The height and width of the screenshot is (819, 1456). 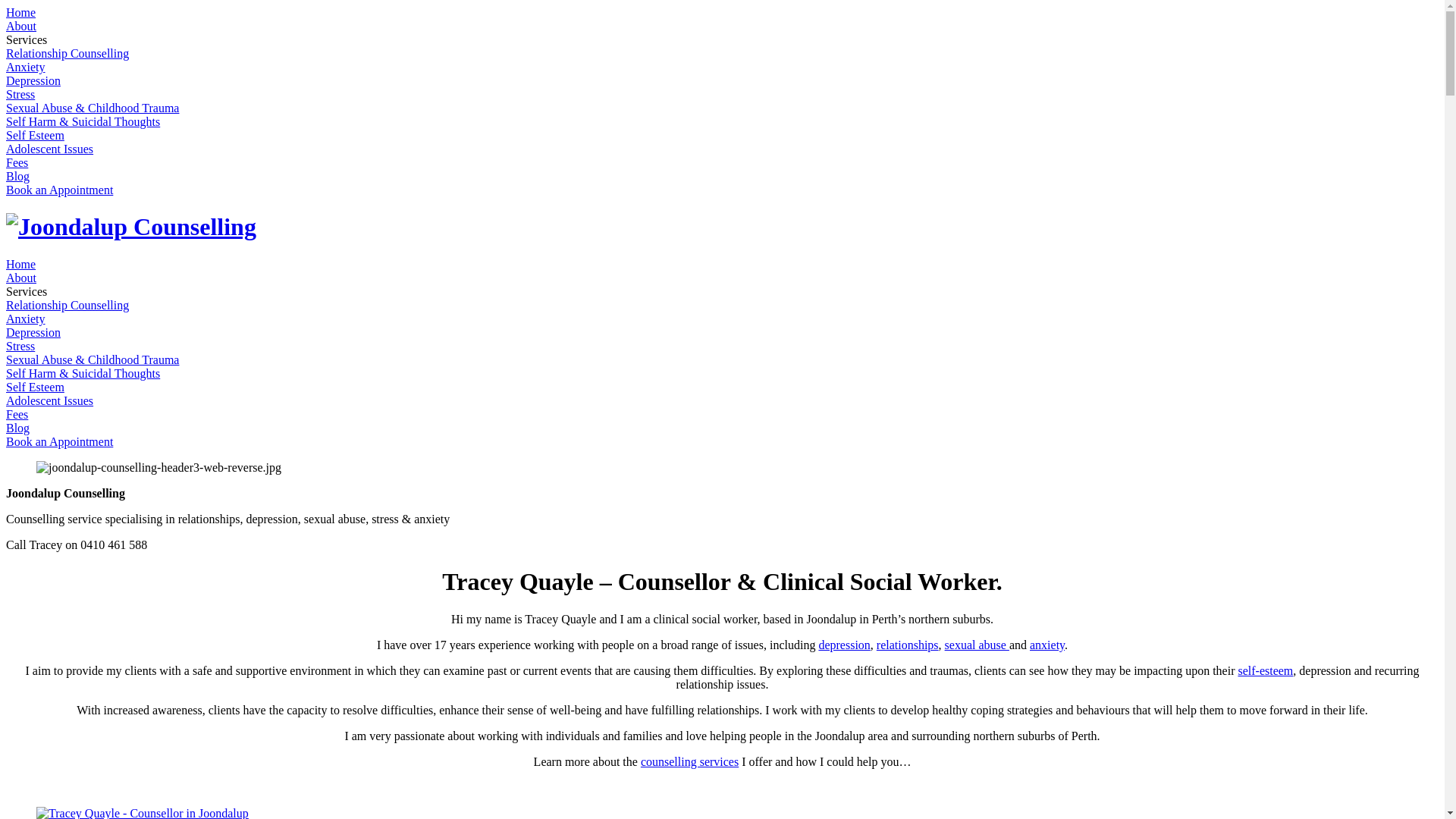 What do you see at coordinates (20, 263) in the screenshot?
I see `'Home'` at bounding box center [20, 263].